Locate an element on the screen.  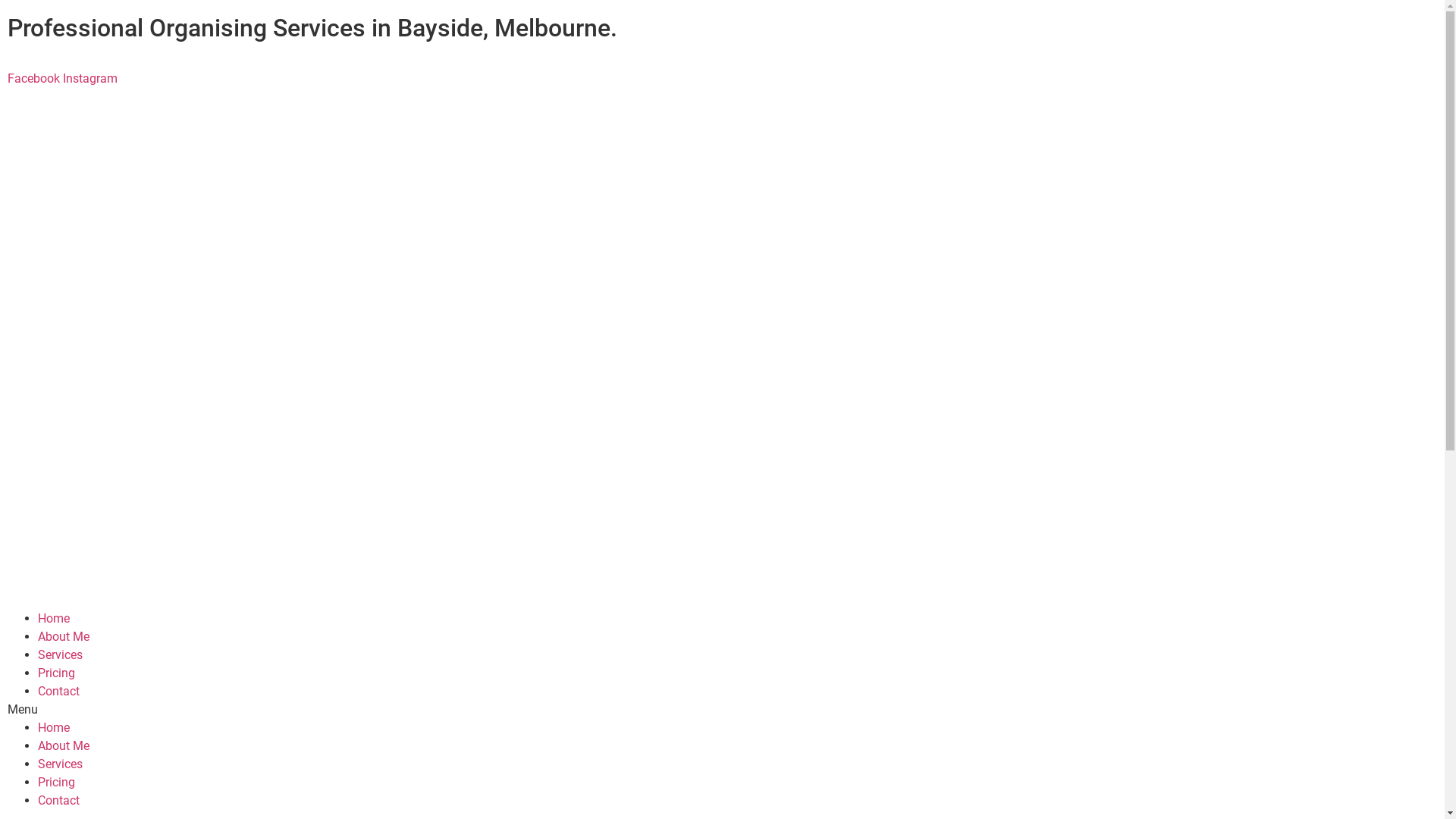
'Instagram' is located at coordinates (61, 78).